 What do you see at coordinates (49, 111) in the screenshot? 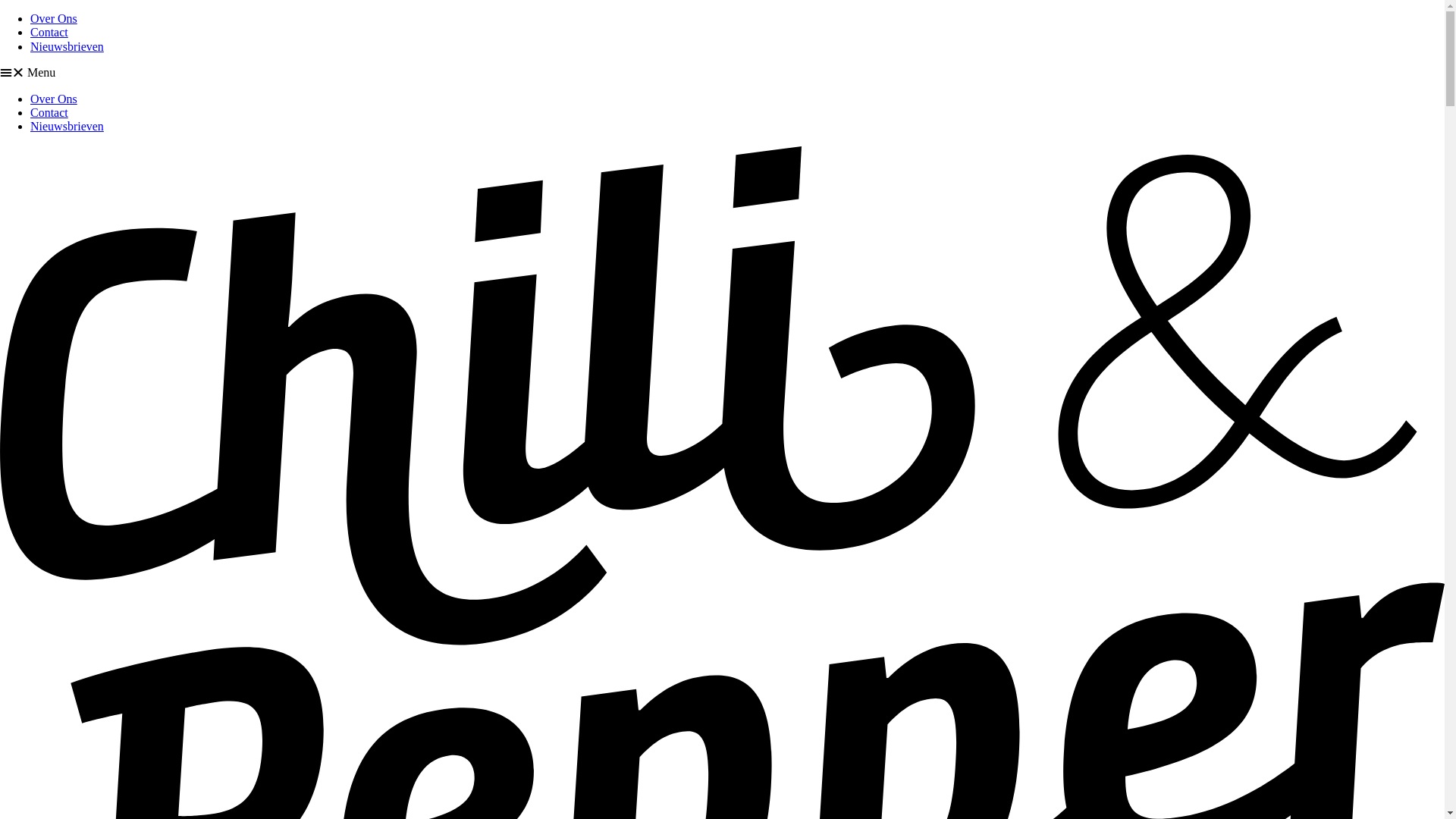
I see `'Contact'` at bounding box center [49, 111].